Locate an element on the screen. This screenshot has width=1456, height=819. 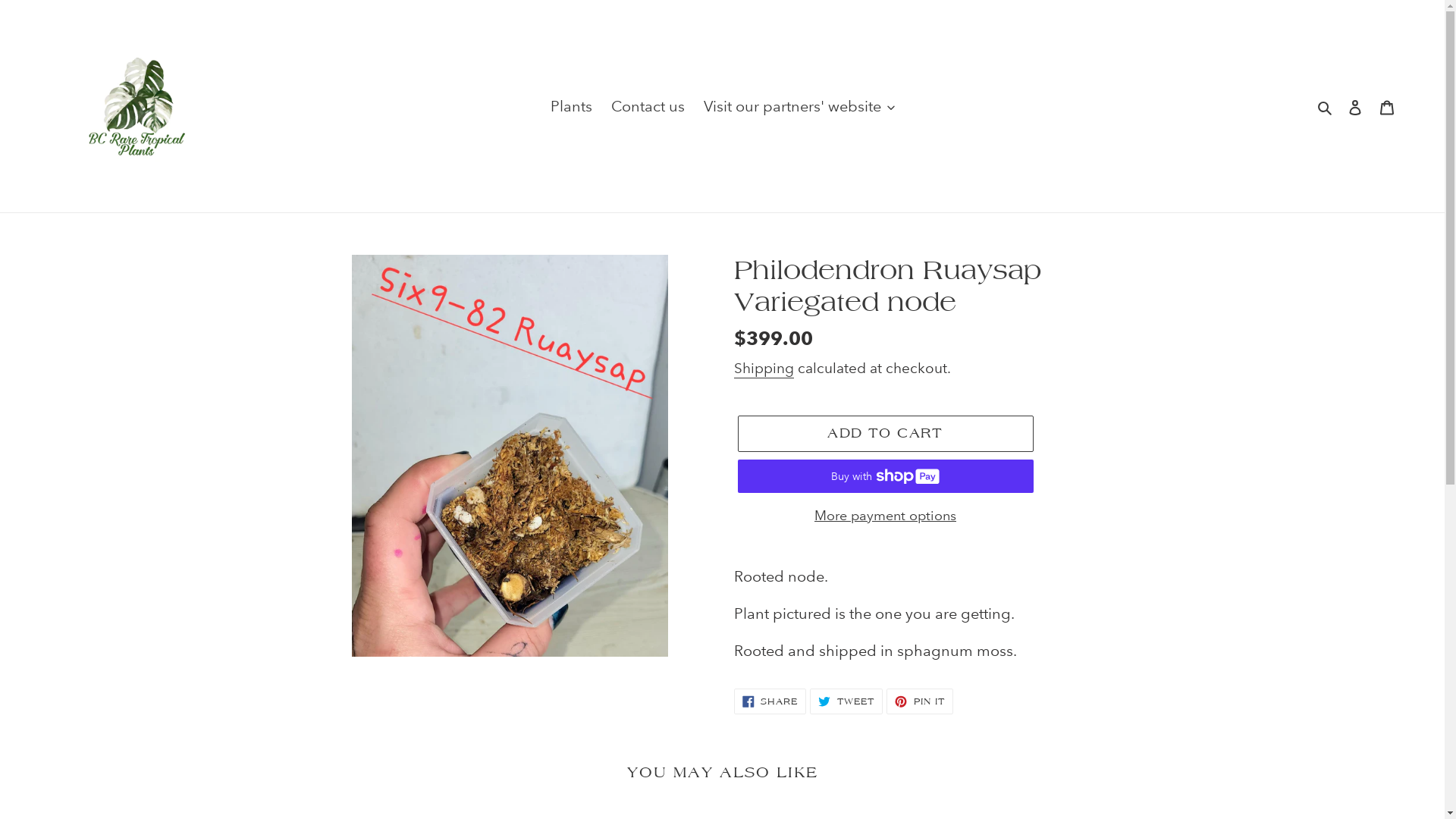
'Search' is located at coordinates (1312, 105).